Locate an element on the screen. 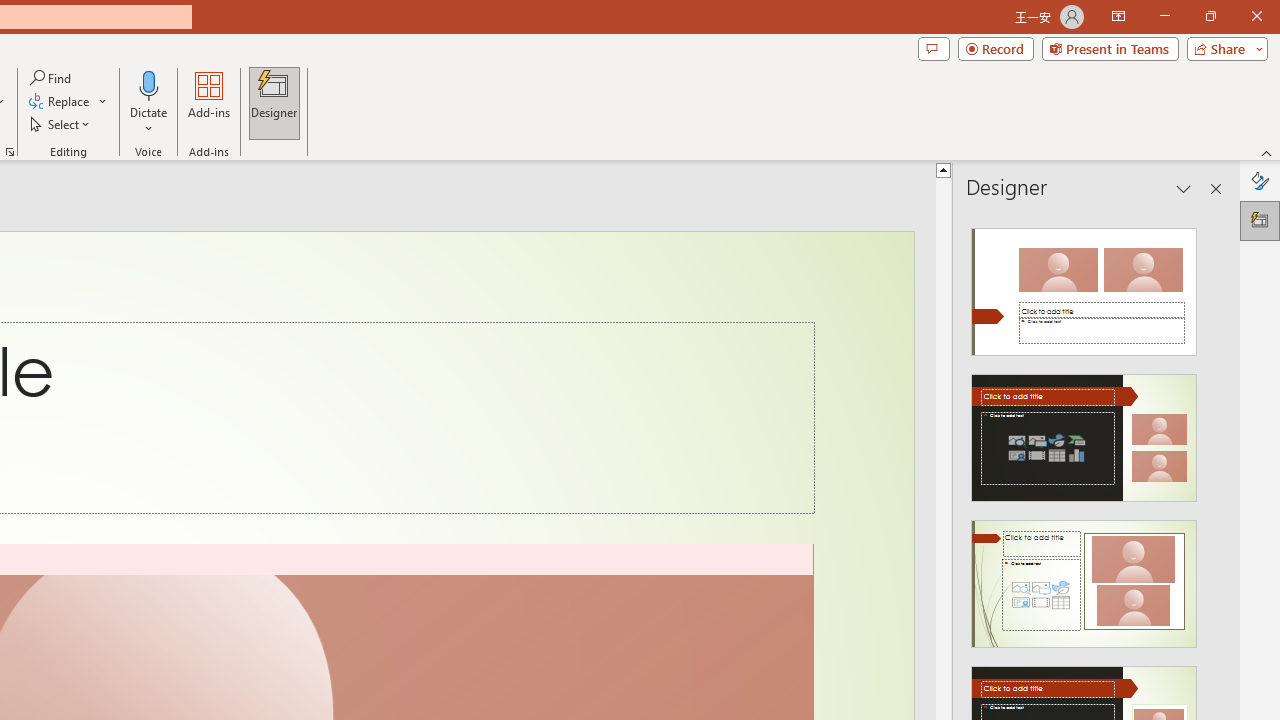  'Format Background' is located at coordinates (1259, 181).